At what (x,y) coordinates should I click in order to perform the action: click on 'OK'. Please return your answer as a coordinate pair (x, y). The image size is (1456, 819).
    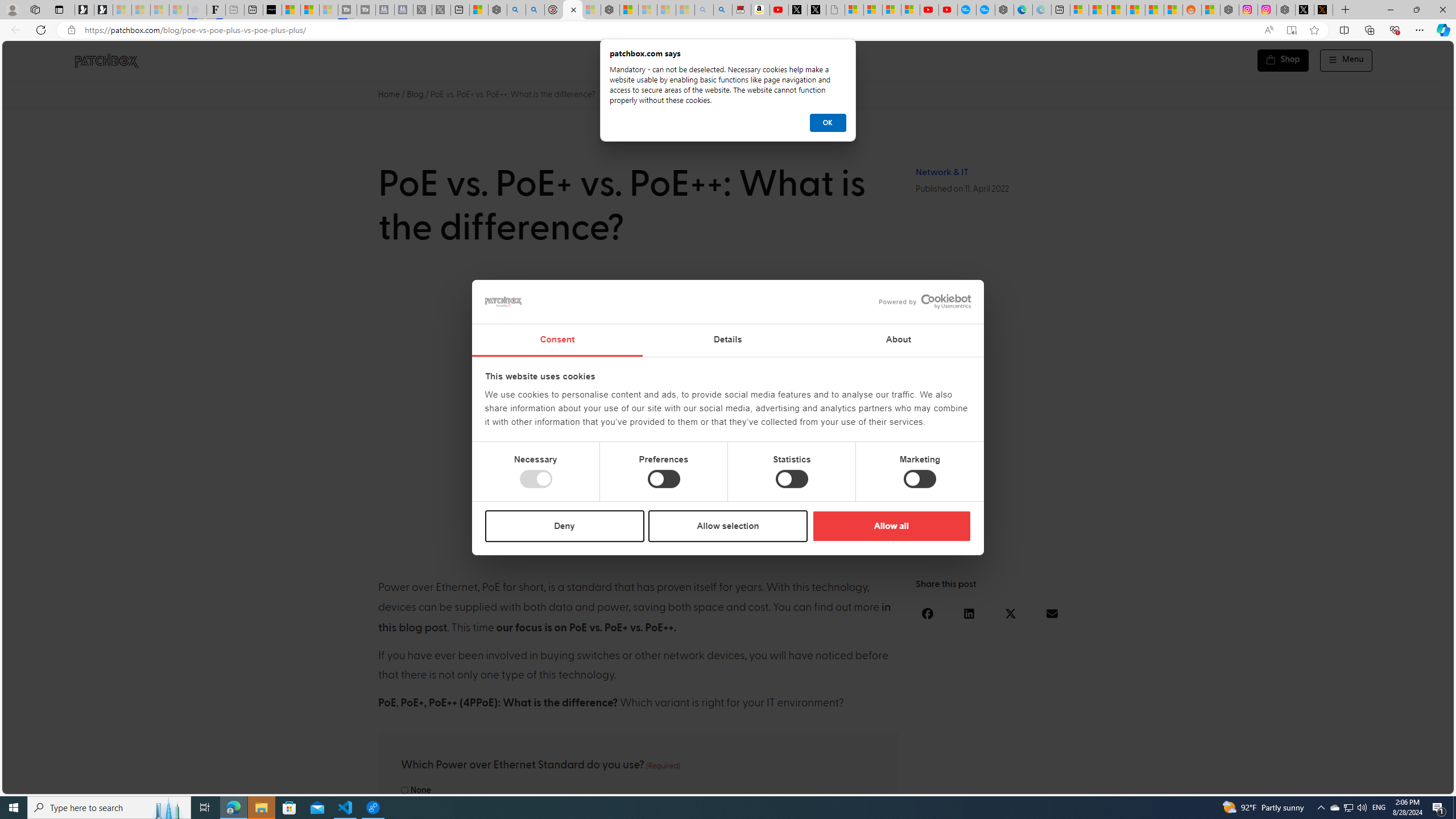
    Looking at the image, I should click on (828, 122).